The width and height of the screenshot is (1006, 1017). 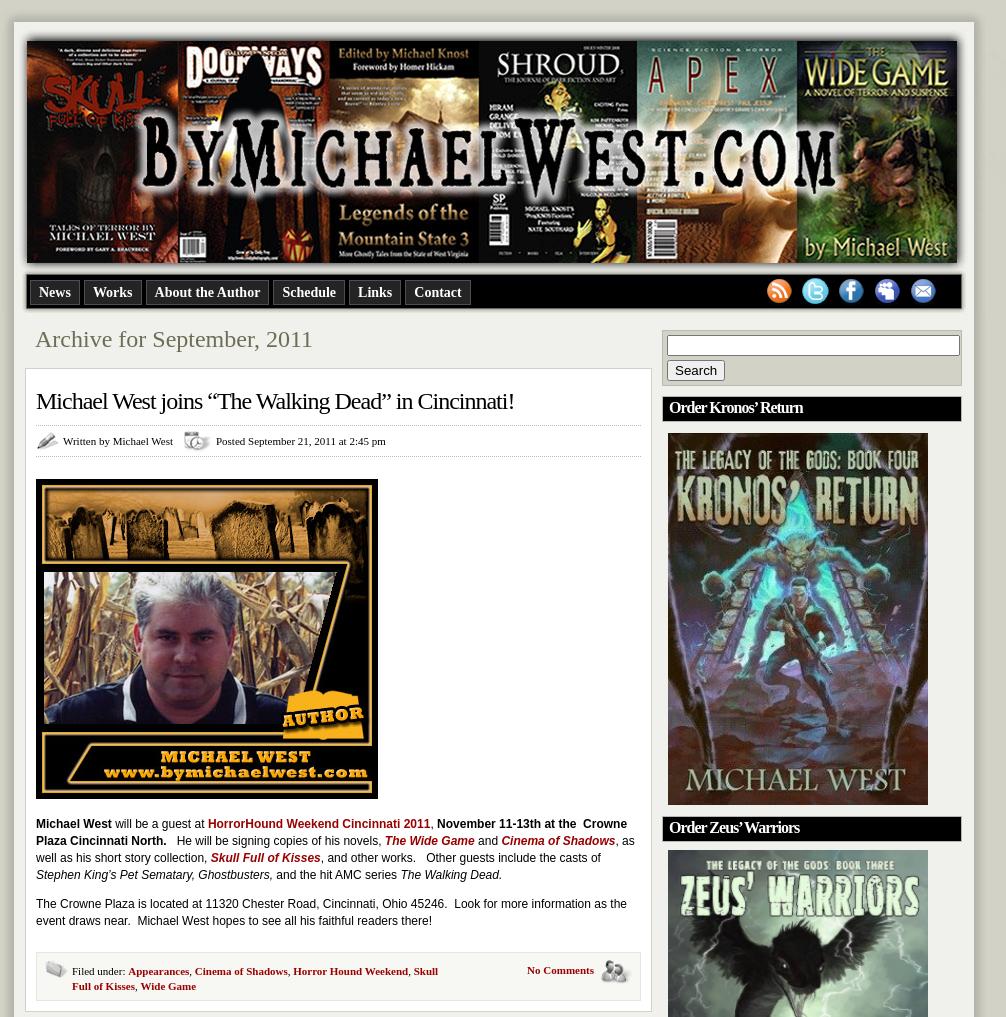 I want to click on 'Order Zeus’ Warriors', so click(x=733, y=825).